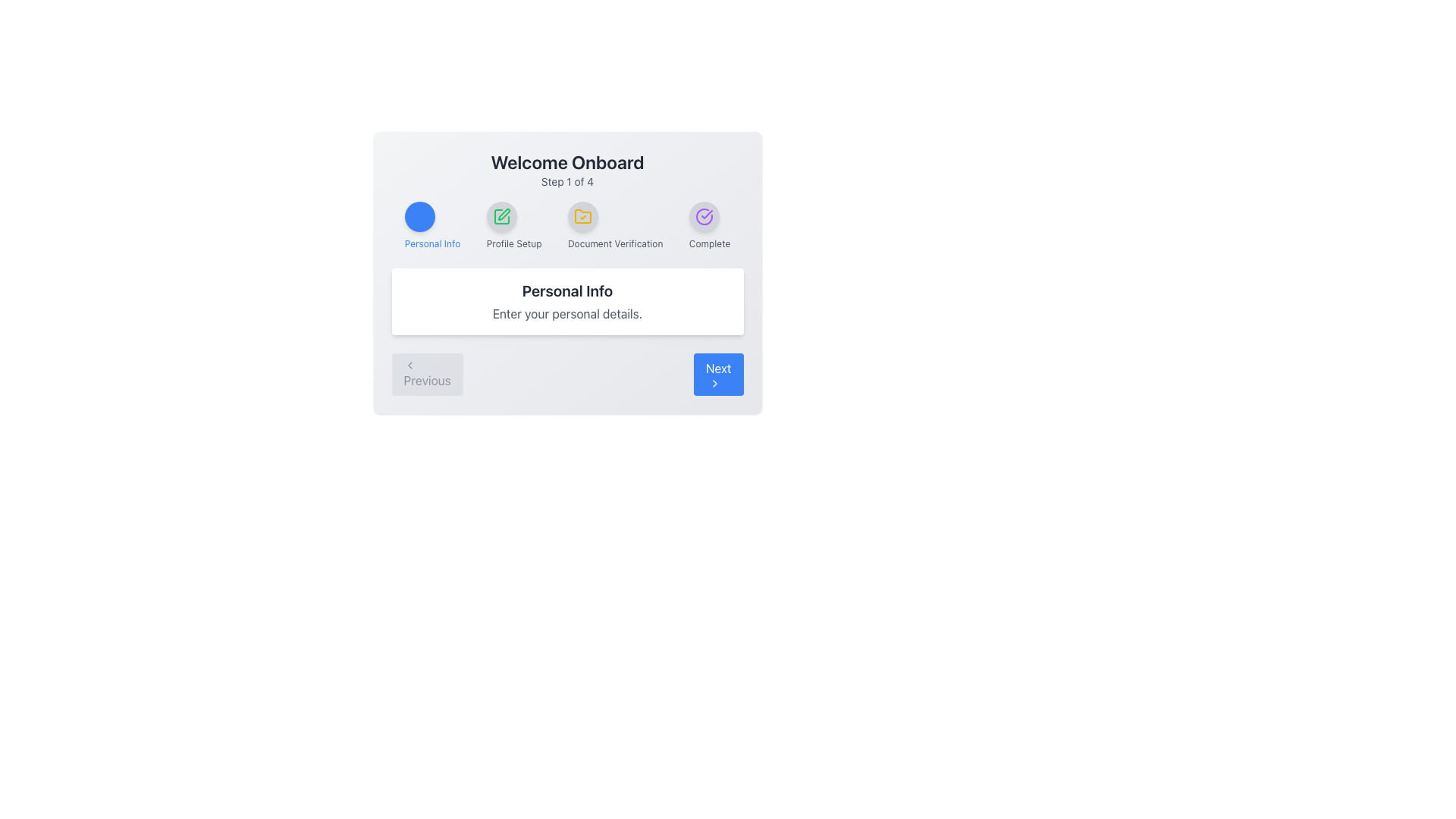 Image resolution: width=1456 pixels, height=819 pixels. What do you see at coordinates (703, 216) in the screenshot?
I see `the purple checkmark icon enclosed within a circle, which is the fourth in a horizontal sequence of status indicators representing process completion` at bounding box center [703, 216].